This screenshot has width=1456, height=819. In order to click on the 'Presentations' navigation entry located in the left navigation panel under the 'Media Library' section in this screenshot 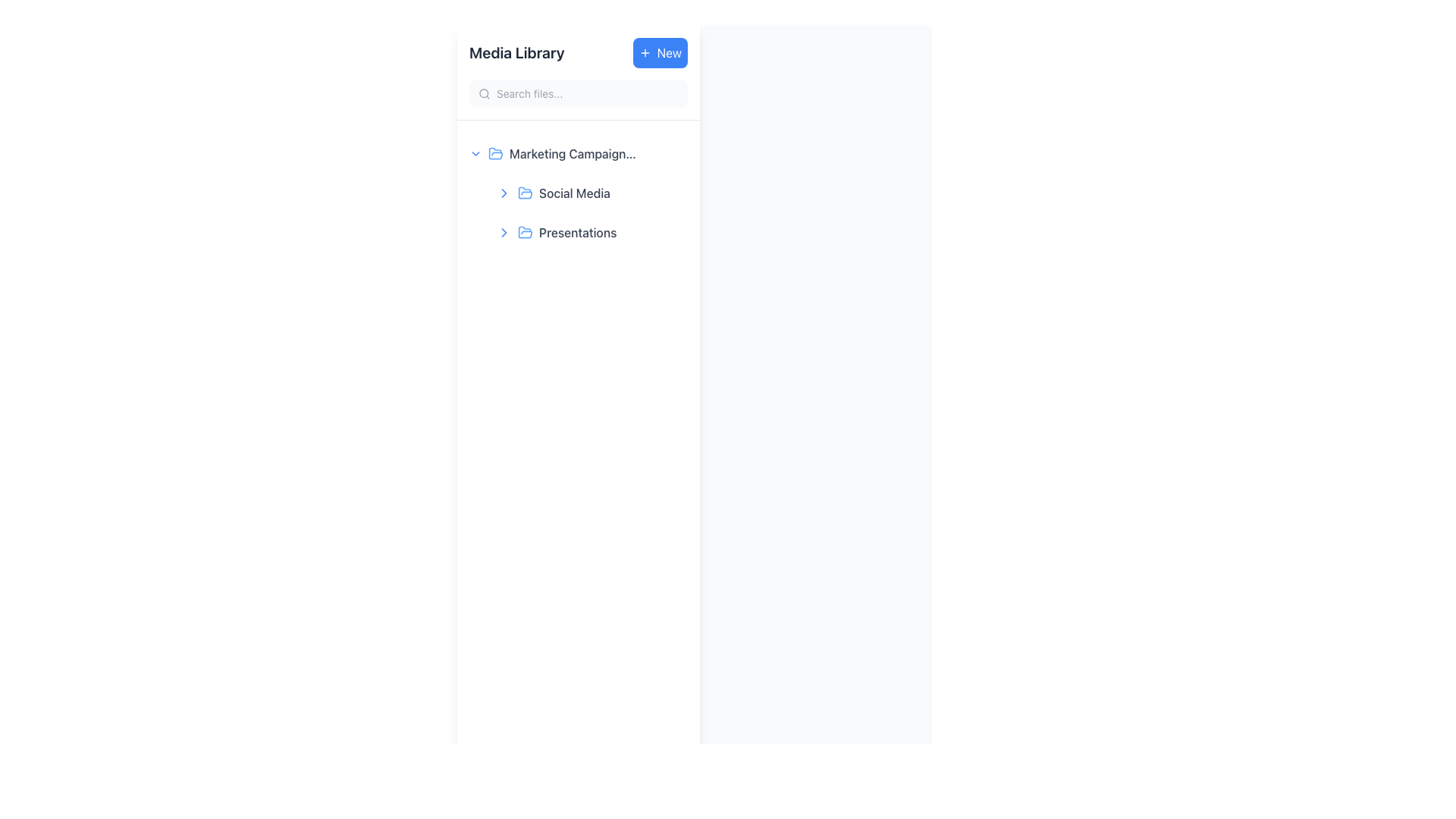, I will do `click(584, 233)`.